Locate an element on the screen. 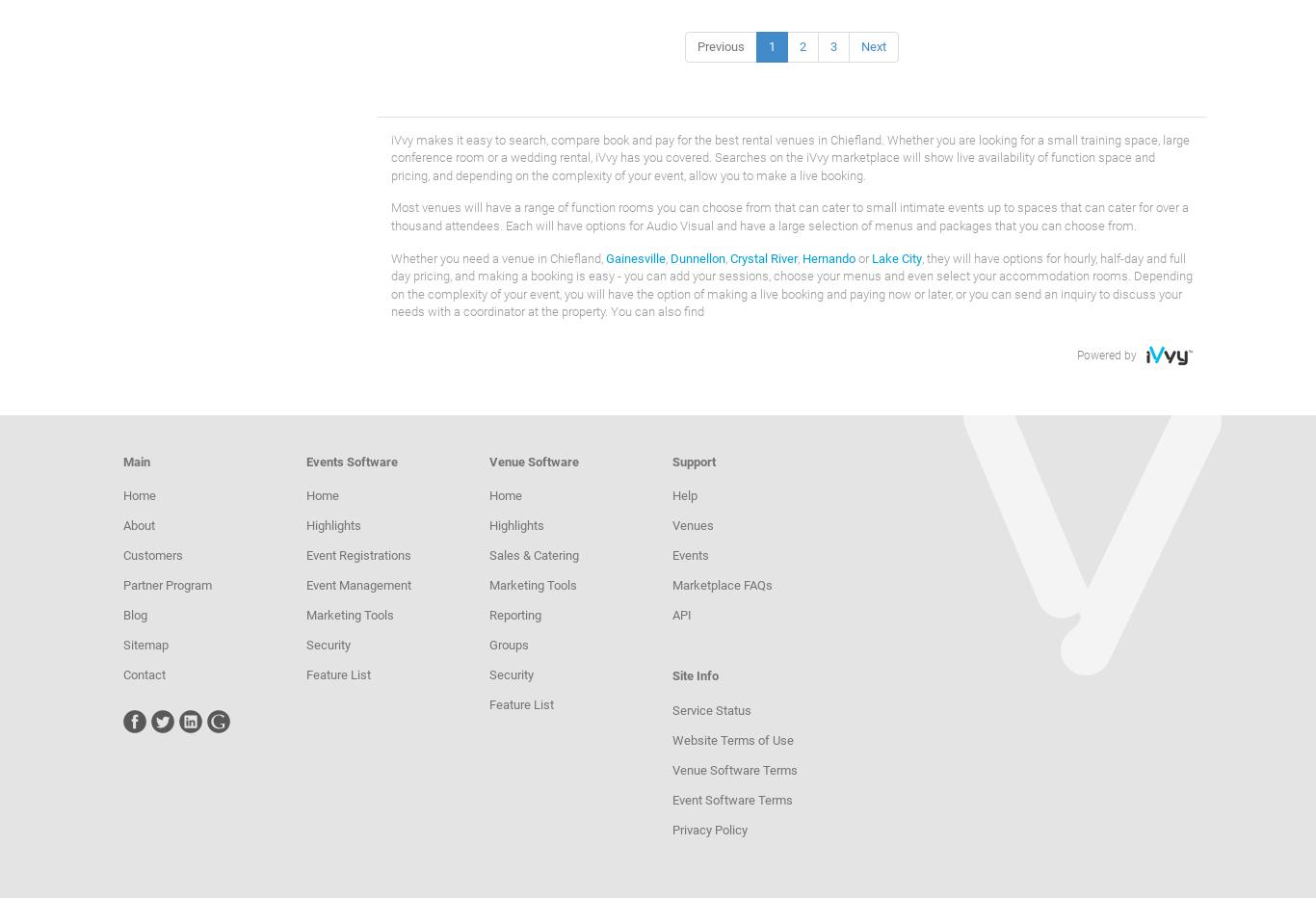  'Service Status' is located at coordinates (712, 708).